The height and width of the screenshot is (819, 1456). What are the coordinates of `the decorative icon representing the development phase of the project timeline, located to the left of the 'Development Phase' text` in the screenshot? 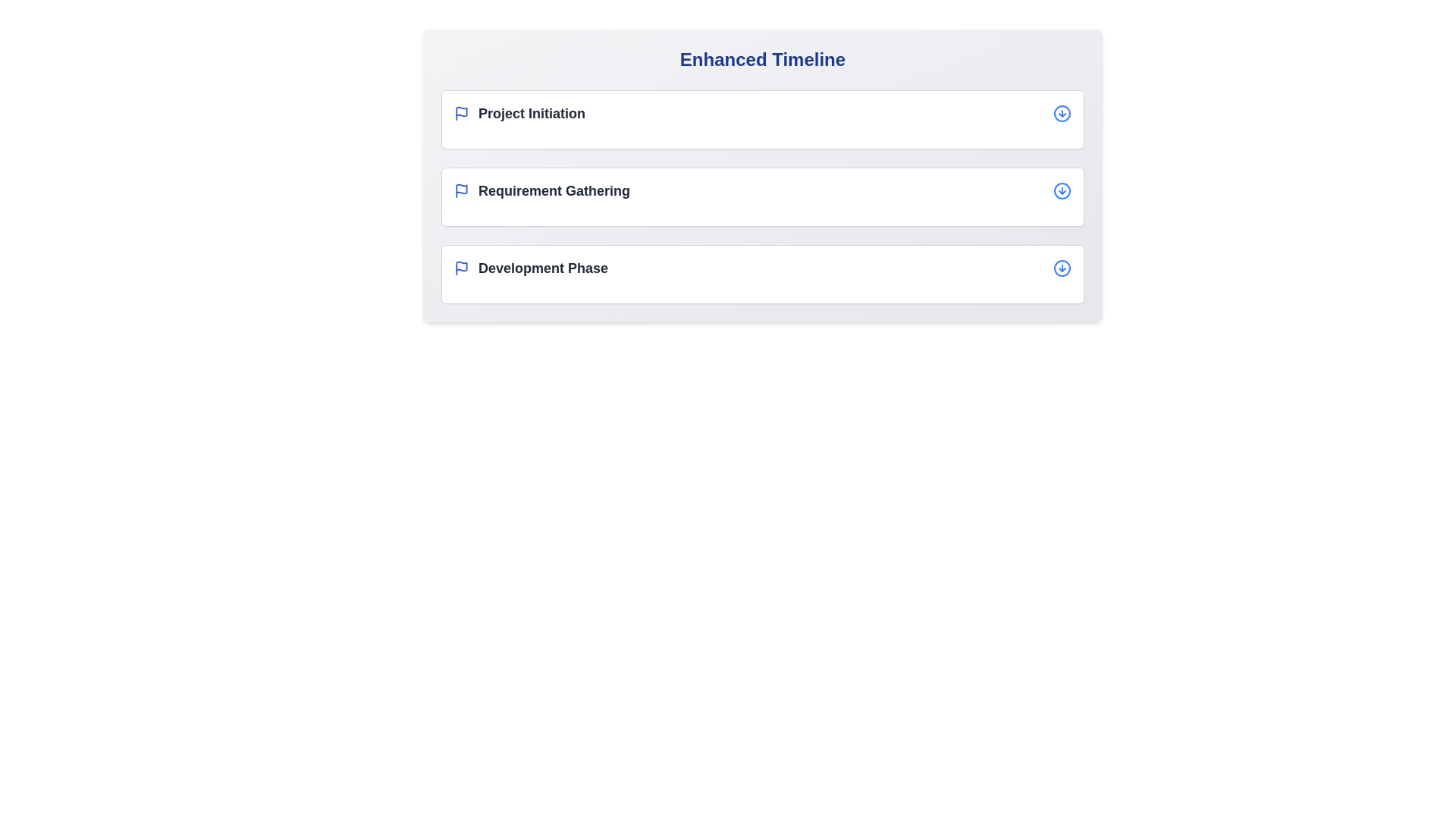 It's located at (461, 265).